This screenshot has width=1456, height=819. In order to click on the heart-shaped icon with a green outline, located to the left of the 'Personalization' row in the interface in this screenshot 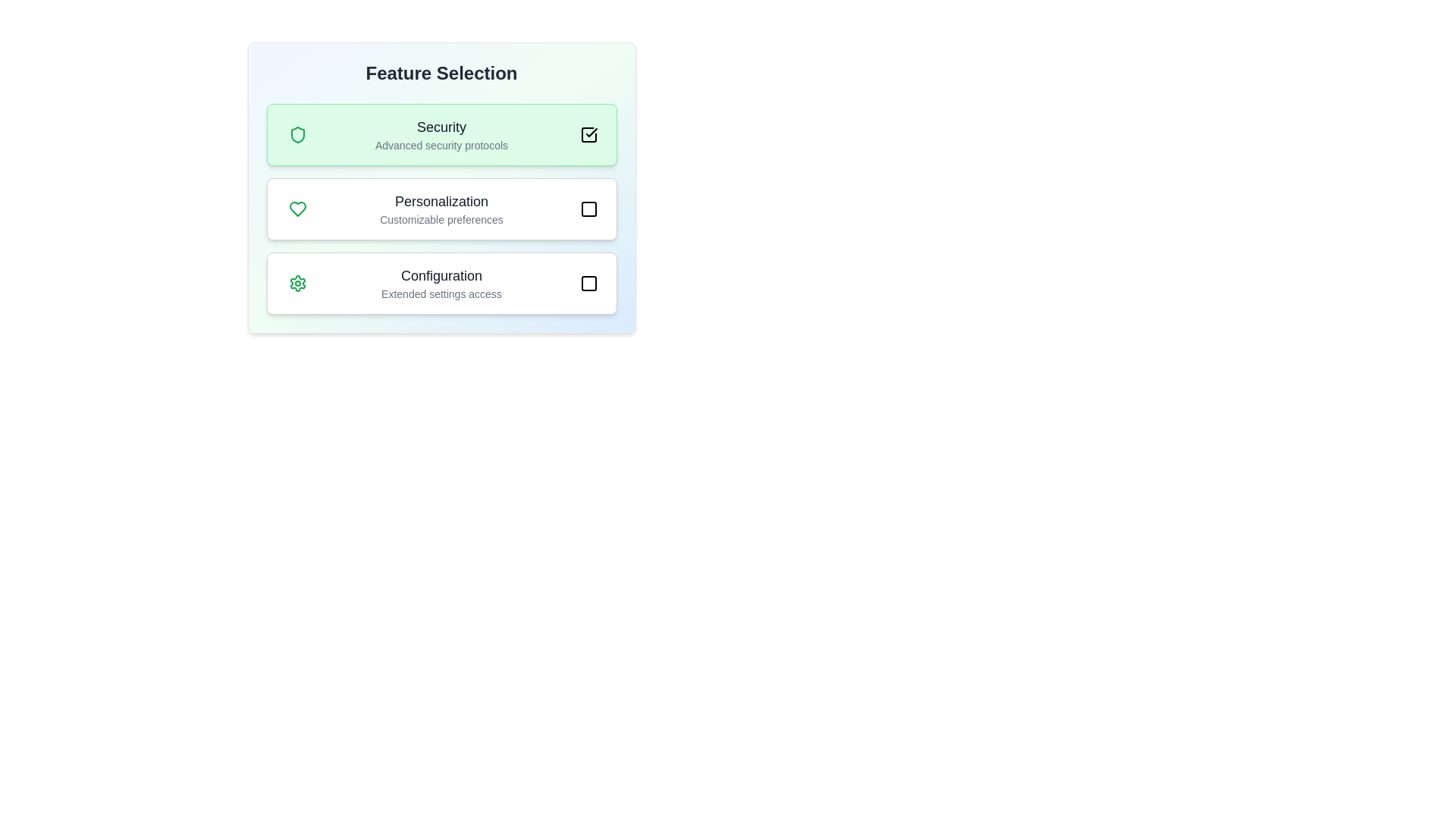, I will do `click(297, 209)`.